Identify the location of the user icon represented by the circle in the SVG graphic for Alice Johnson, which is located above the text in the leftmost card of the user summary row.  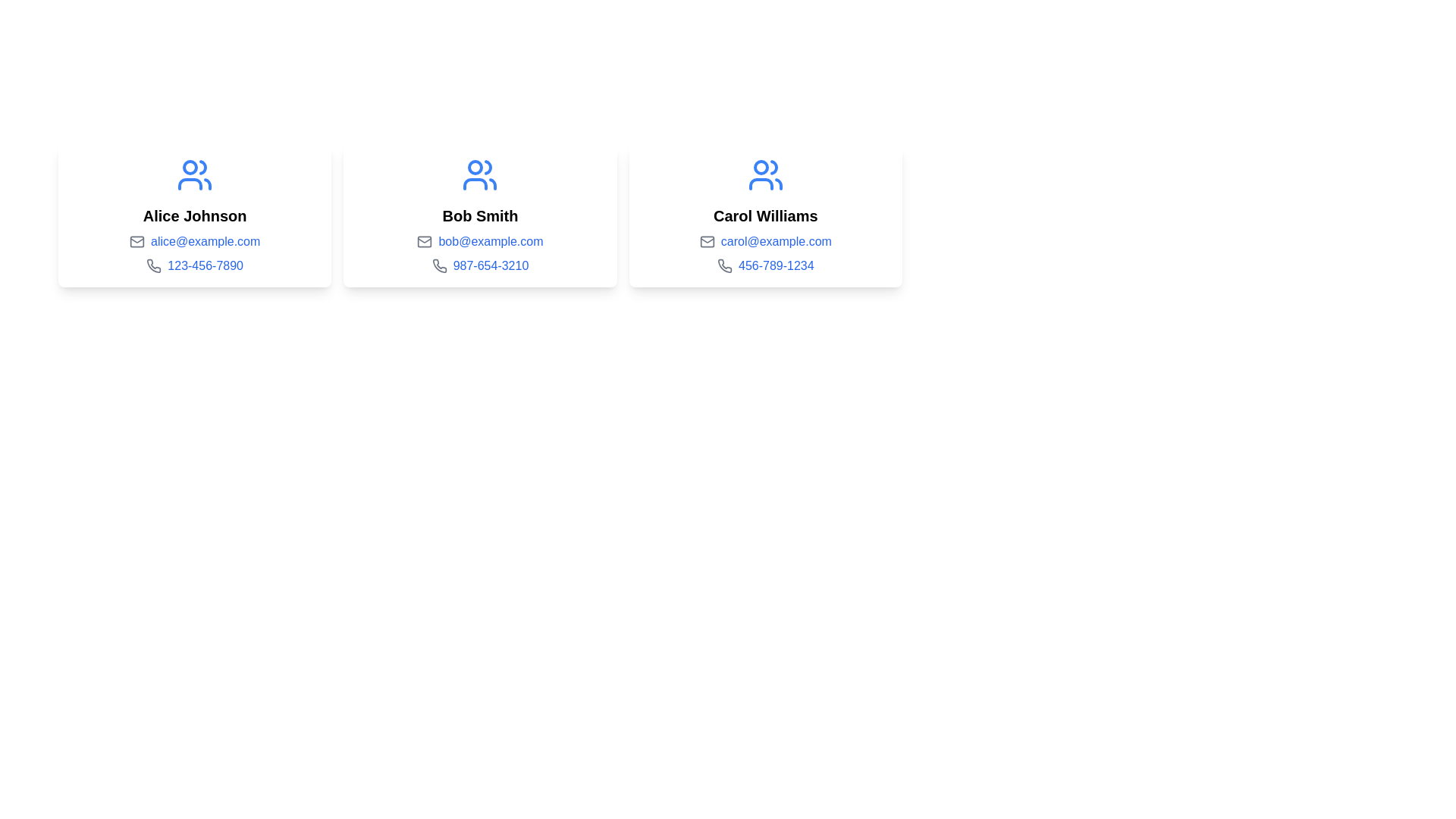
(190, 167).